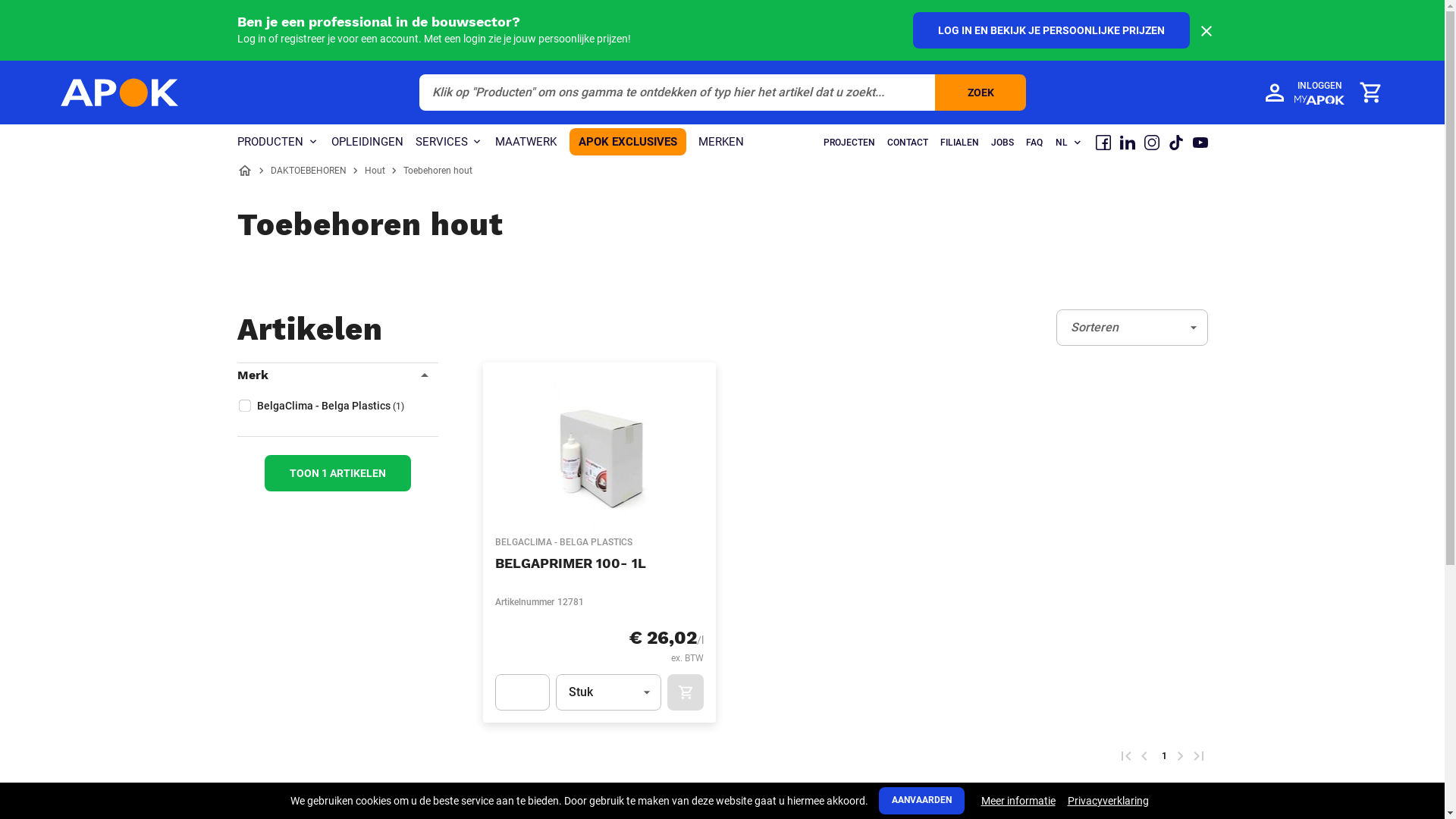  I want to click on 'FILIALEN', so click(959, 143).